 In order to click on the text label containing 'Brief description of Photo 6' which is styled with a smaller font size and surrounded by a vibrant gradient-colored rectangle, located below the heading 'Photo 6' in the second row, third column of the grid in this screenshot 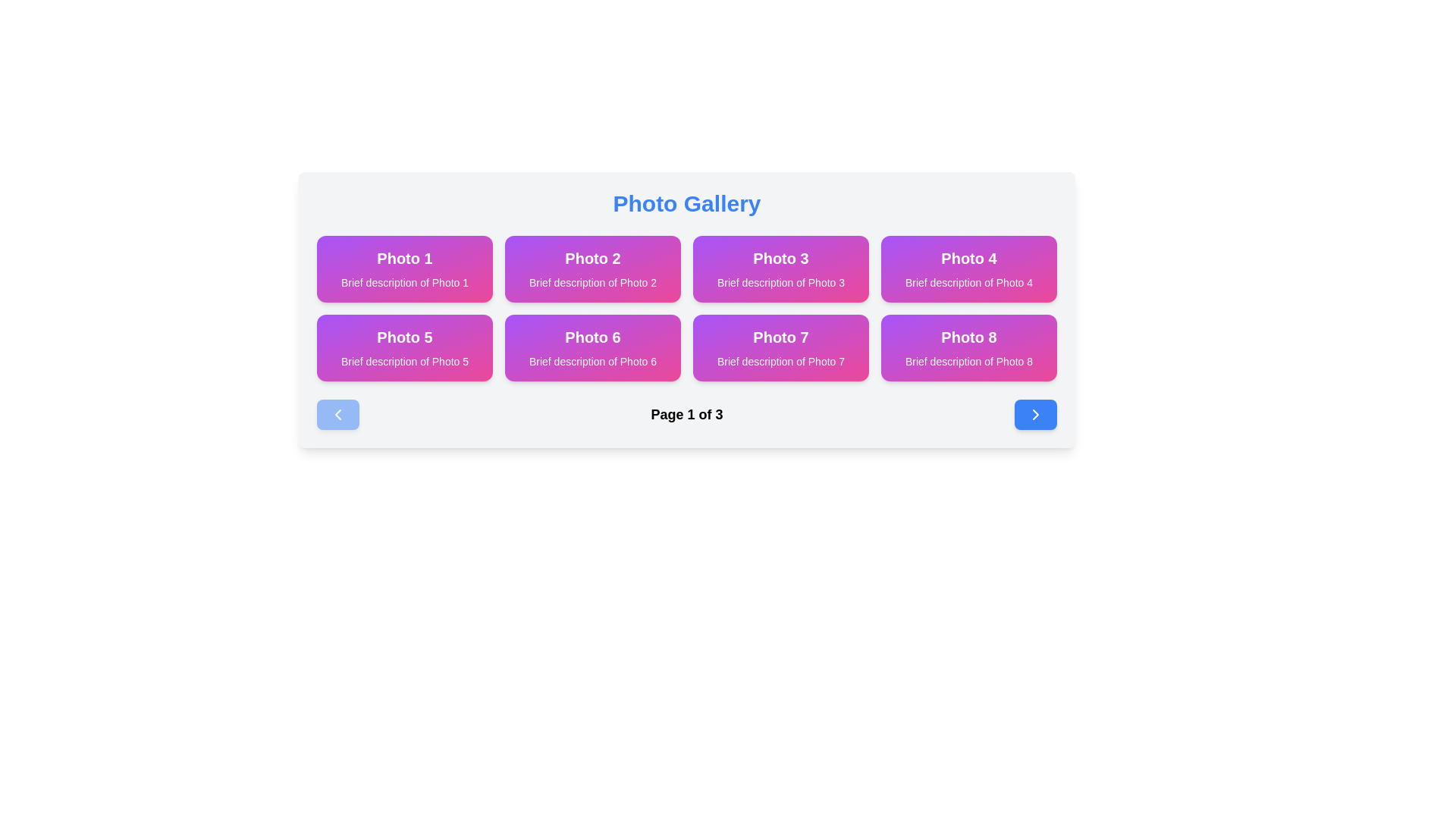, I will do `click(592, 362)`.